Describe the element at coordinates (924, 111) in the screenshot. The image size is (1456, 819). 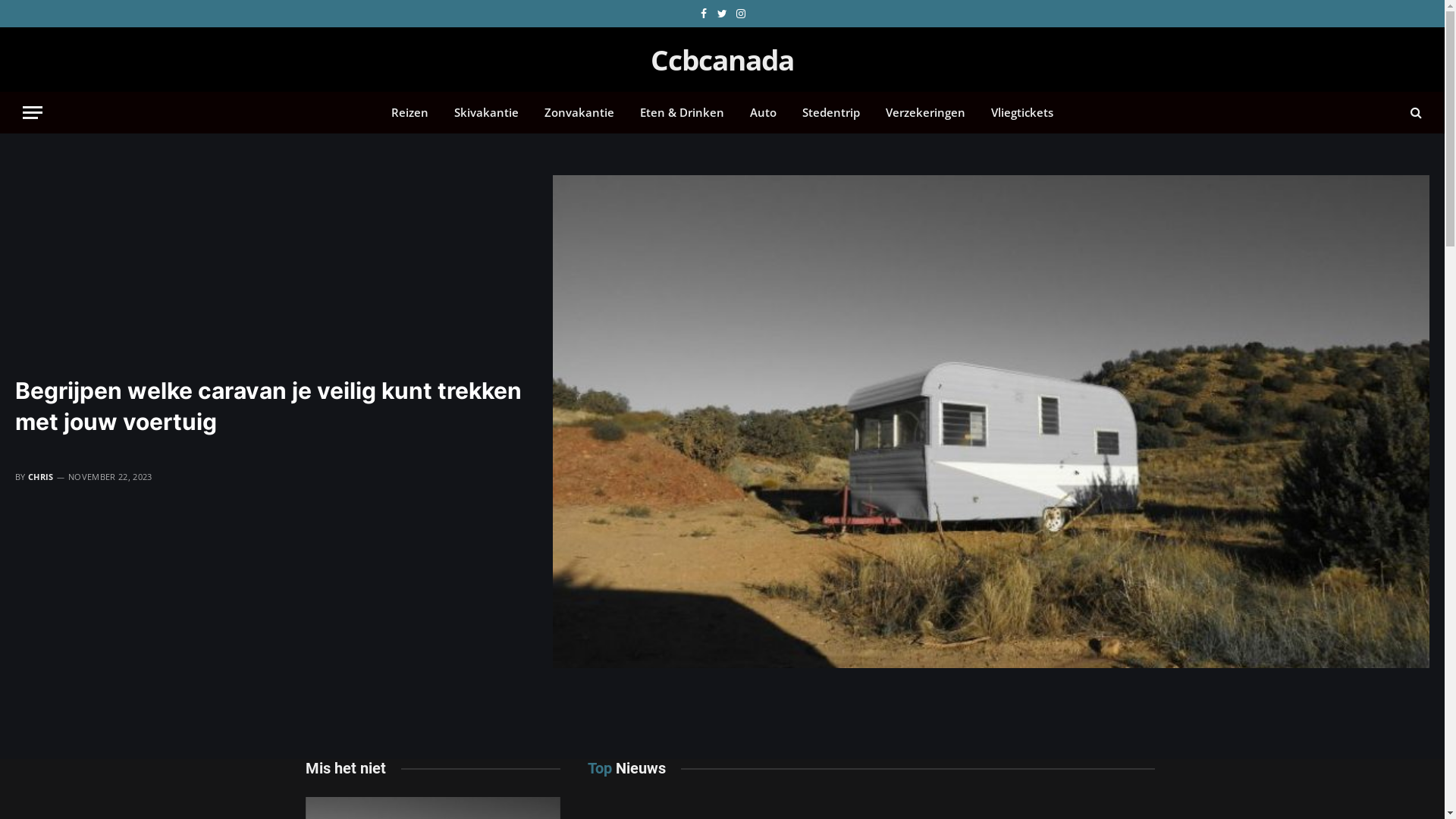
I see `'Verzekeringen'` at that location.